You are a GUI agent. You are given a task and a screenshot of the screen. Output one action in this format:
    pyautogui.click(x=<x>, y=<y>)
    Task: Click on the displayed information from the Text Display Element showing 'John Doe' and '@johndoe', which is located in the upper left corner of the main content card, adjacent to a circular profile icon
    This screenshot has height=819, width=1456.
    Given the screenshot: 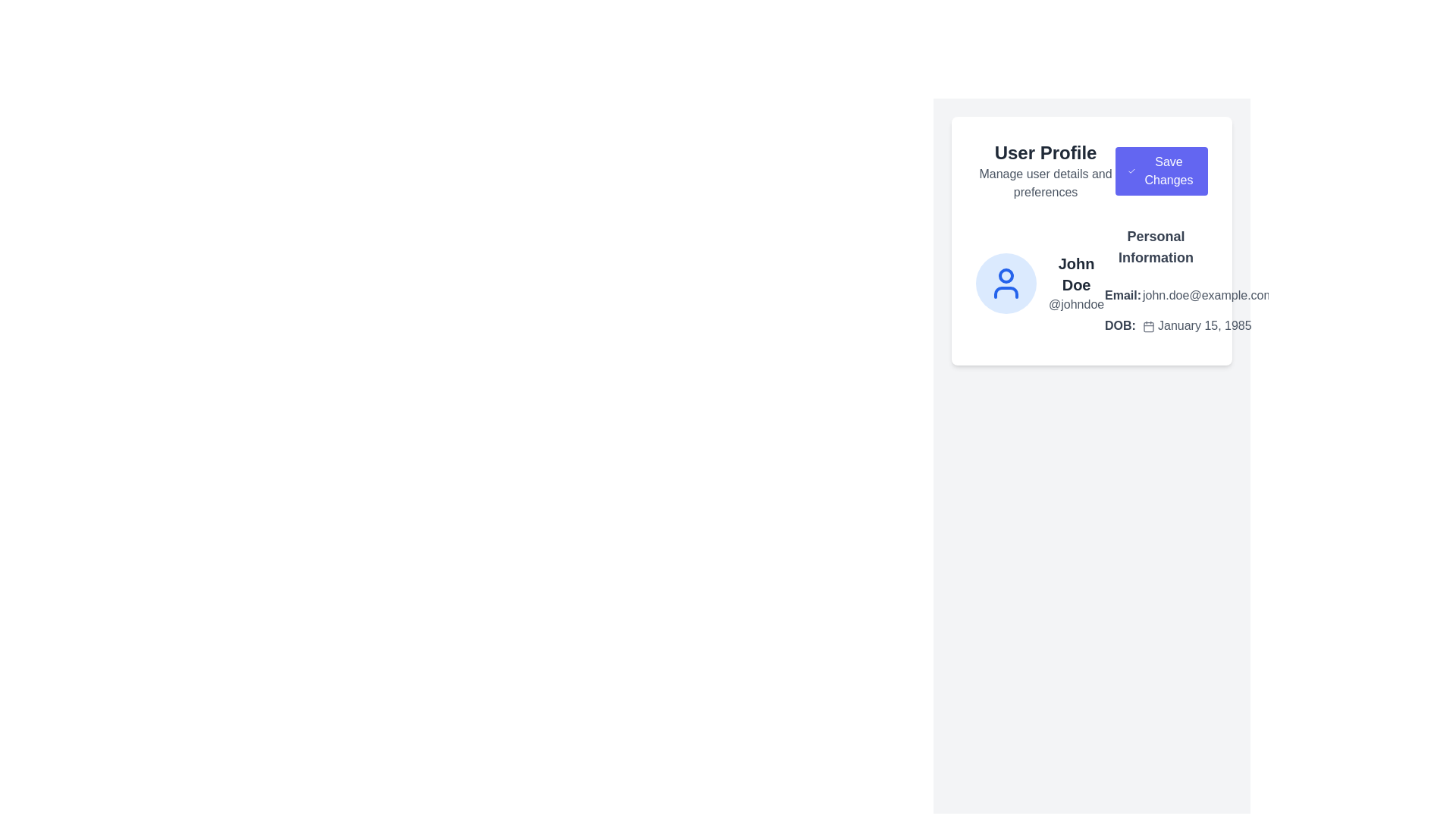 What is the action you would take?
    pyautogui.click(x=1075, y=284)
    